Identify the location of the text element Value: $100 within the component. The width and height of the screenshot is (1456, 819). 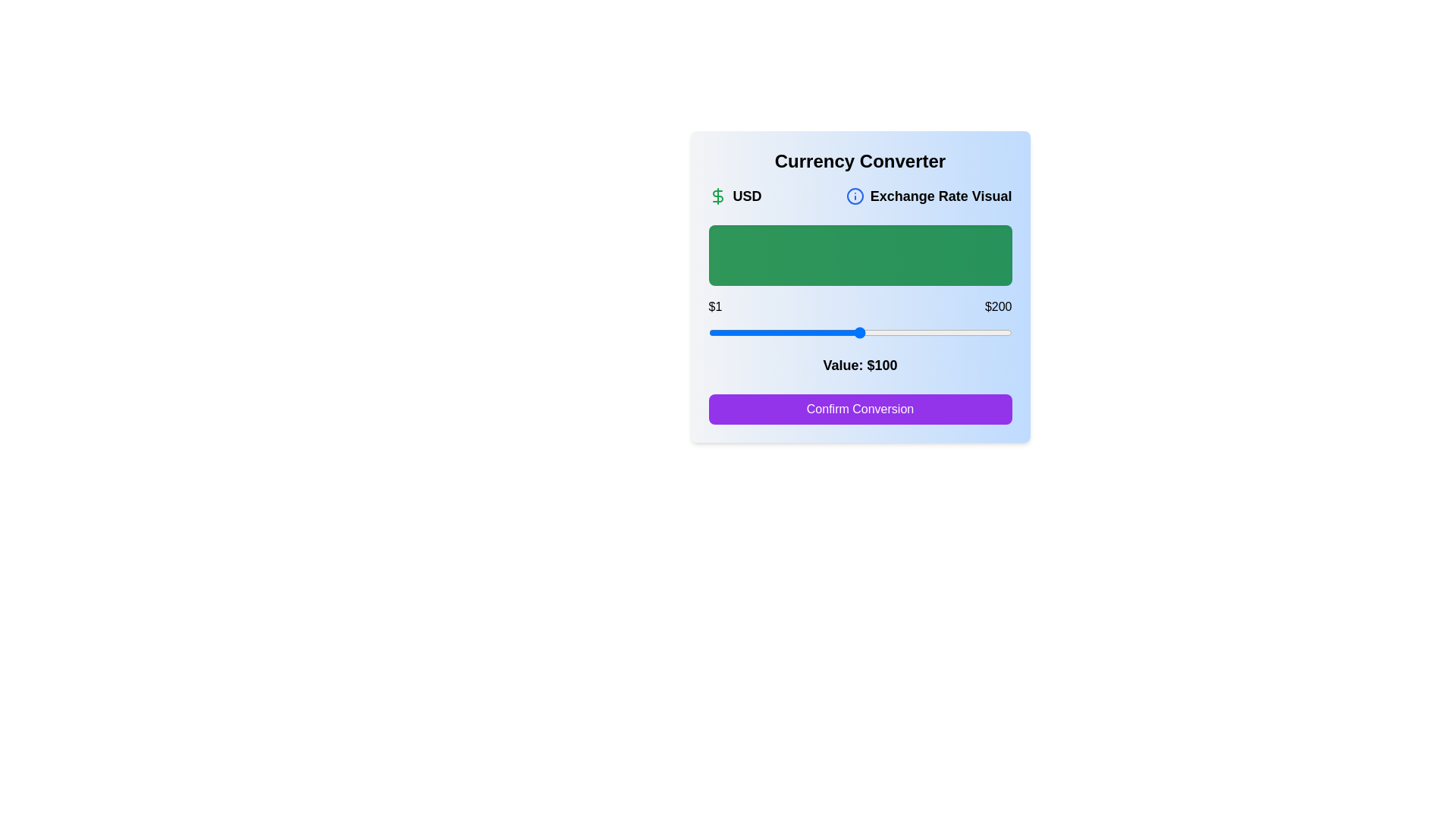
(860, 366).